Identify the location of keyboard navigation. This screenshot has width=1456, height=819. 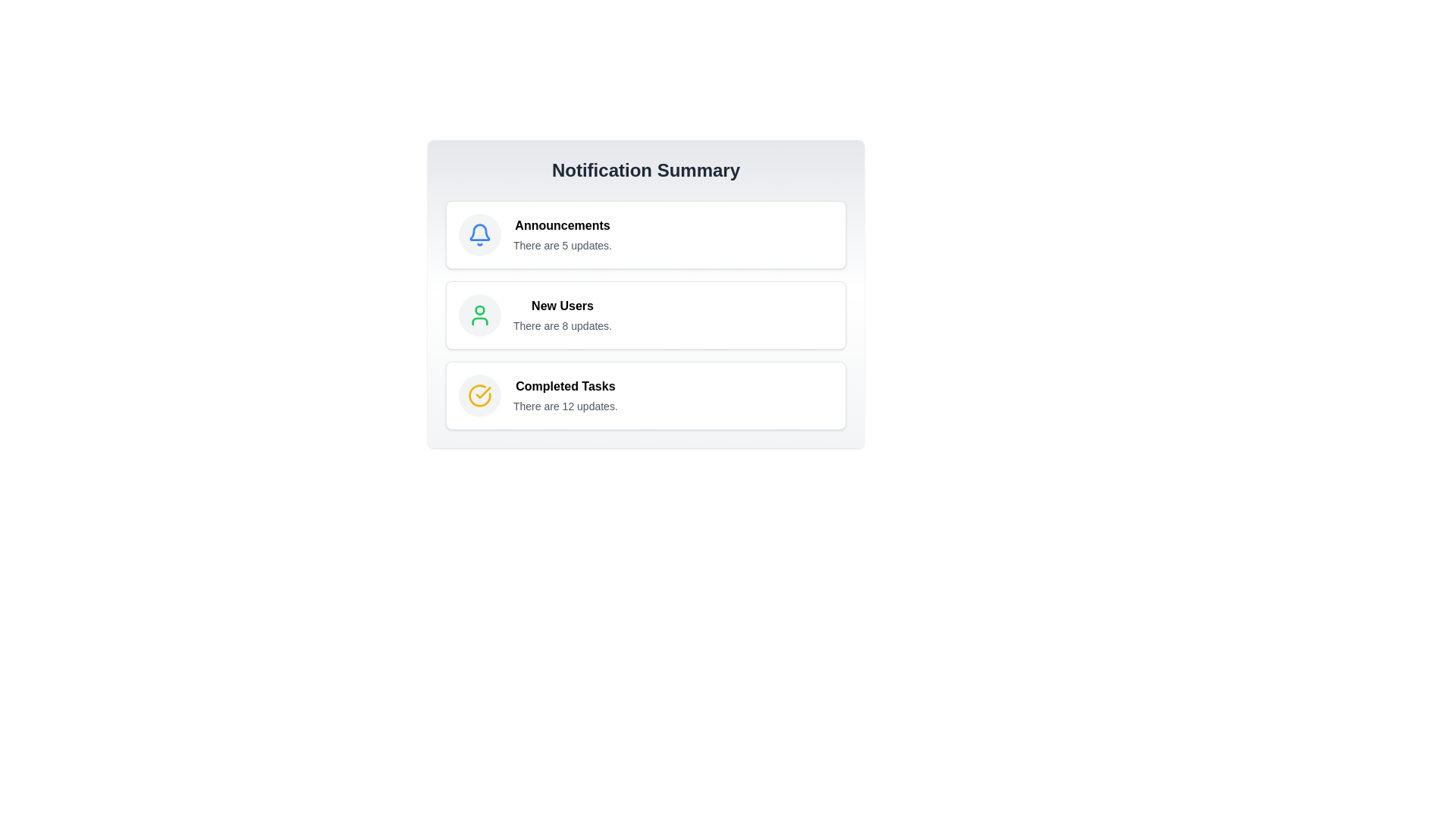
(645, 394).